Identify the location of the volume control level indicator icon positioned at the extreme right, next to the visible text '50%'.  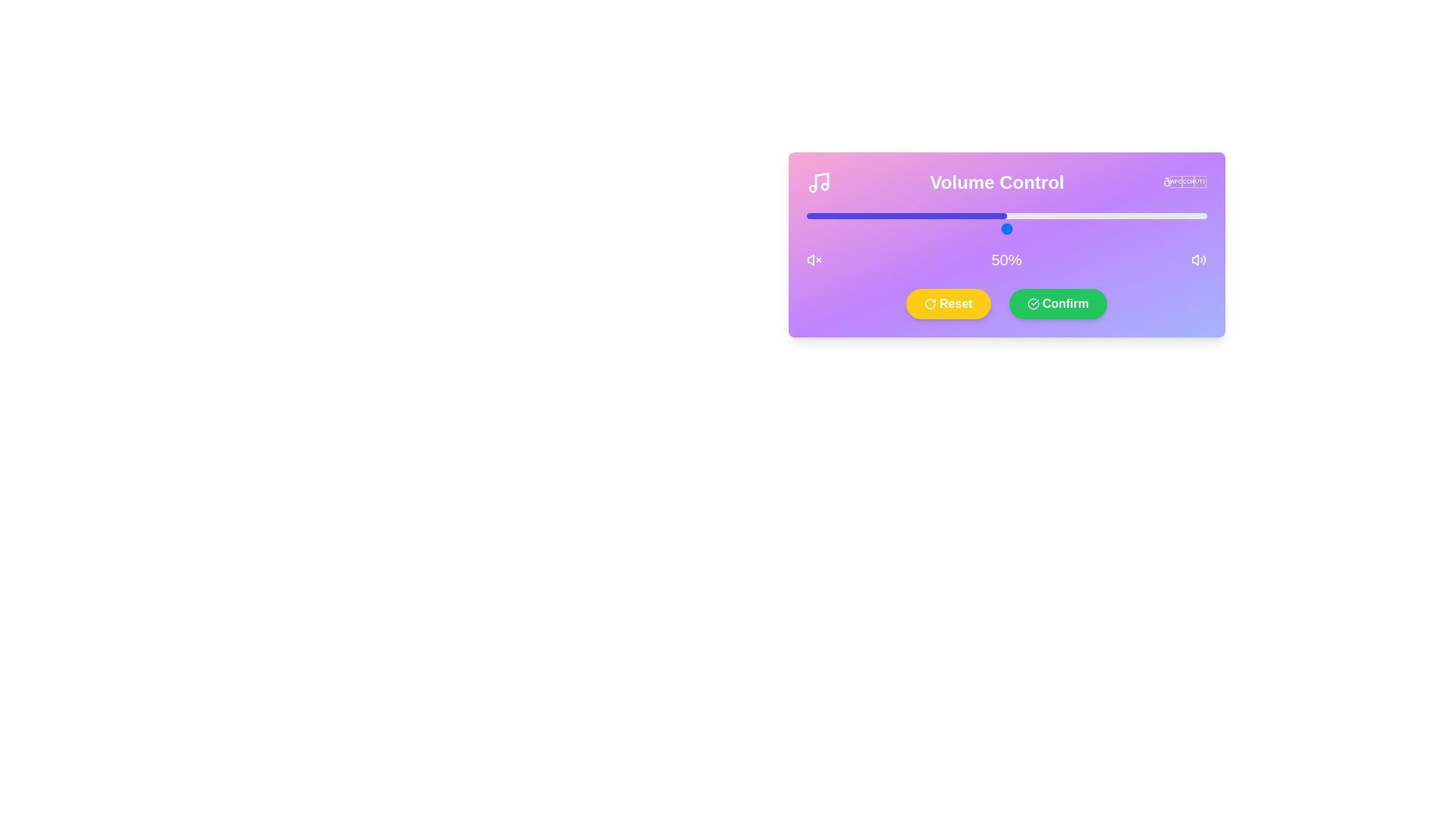
(1198, 259).